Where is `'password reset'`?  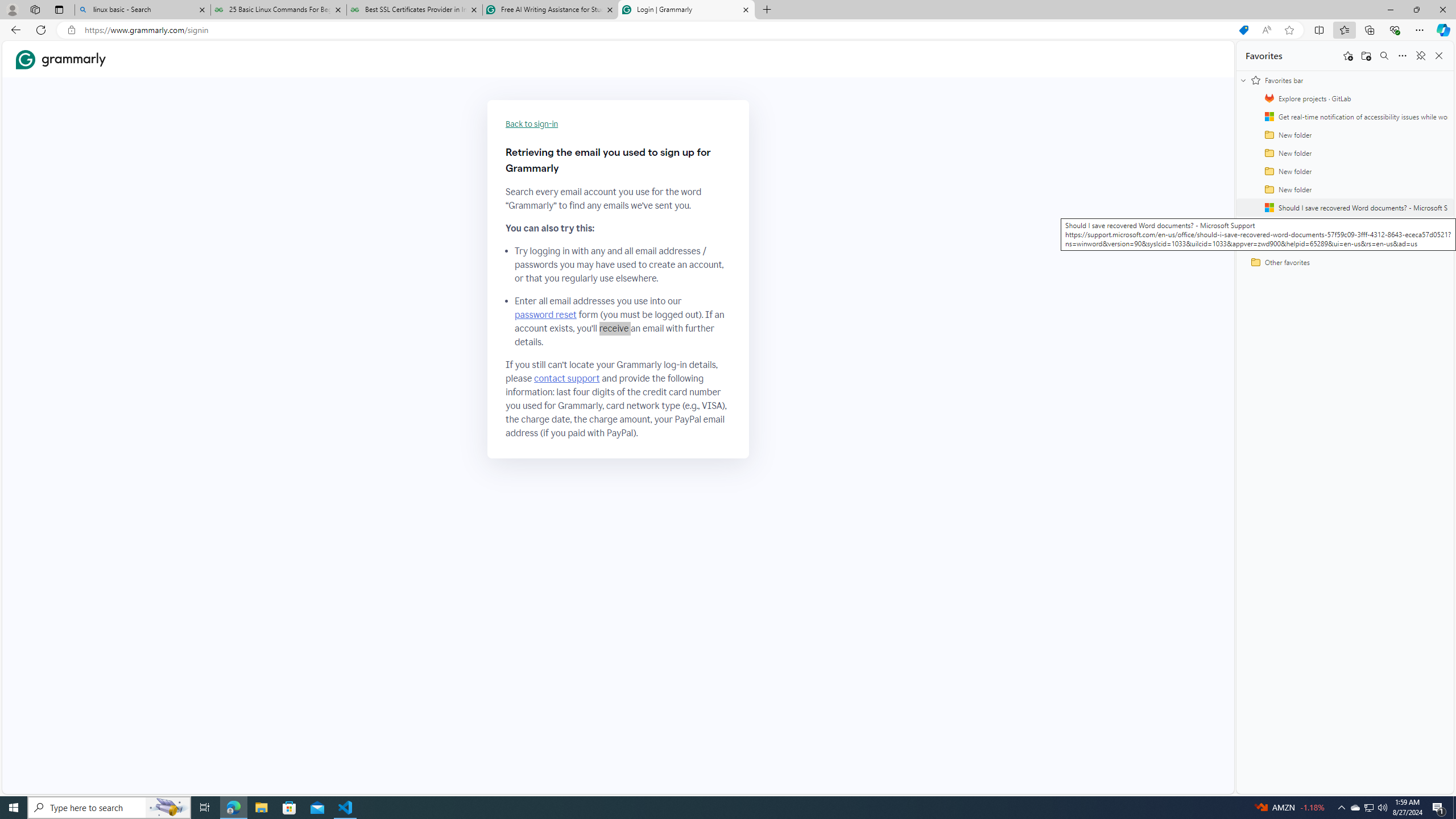 'password reset' is located at coordinates (545, 314).